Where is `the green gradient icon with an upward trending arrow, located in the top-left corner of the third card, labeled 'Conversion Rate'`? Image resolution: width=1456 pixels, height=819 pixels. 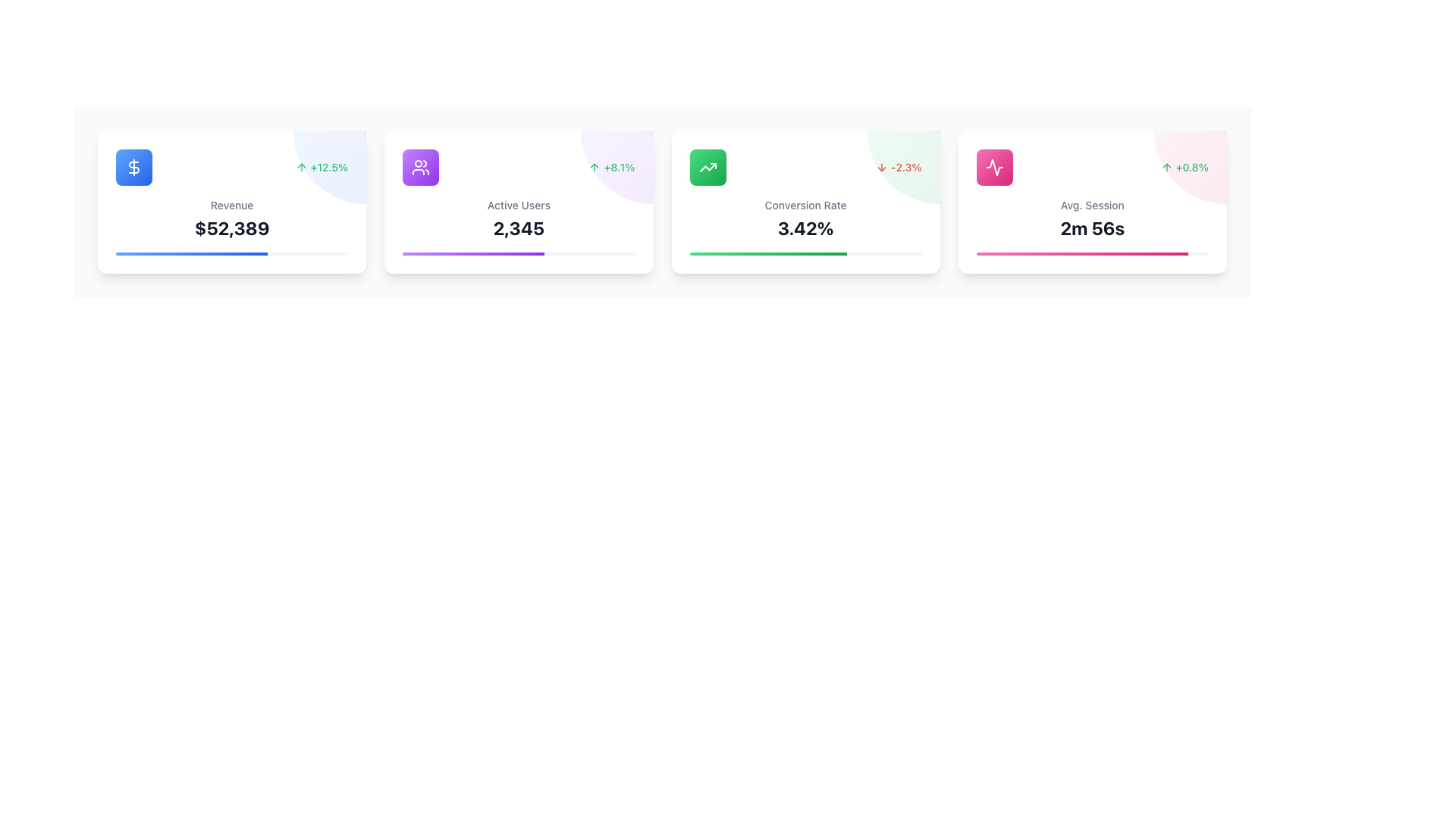
the green gradient icon with an upward trending arrow, located in the top-left corner of the third card, labeled 'Conversion Rate' is located at coordinates (707, 167).